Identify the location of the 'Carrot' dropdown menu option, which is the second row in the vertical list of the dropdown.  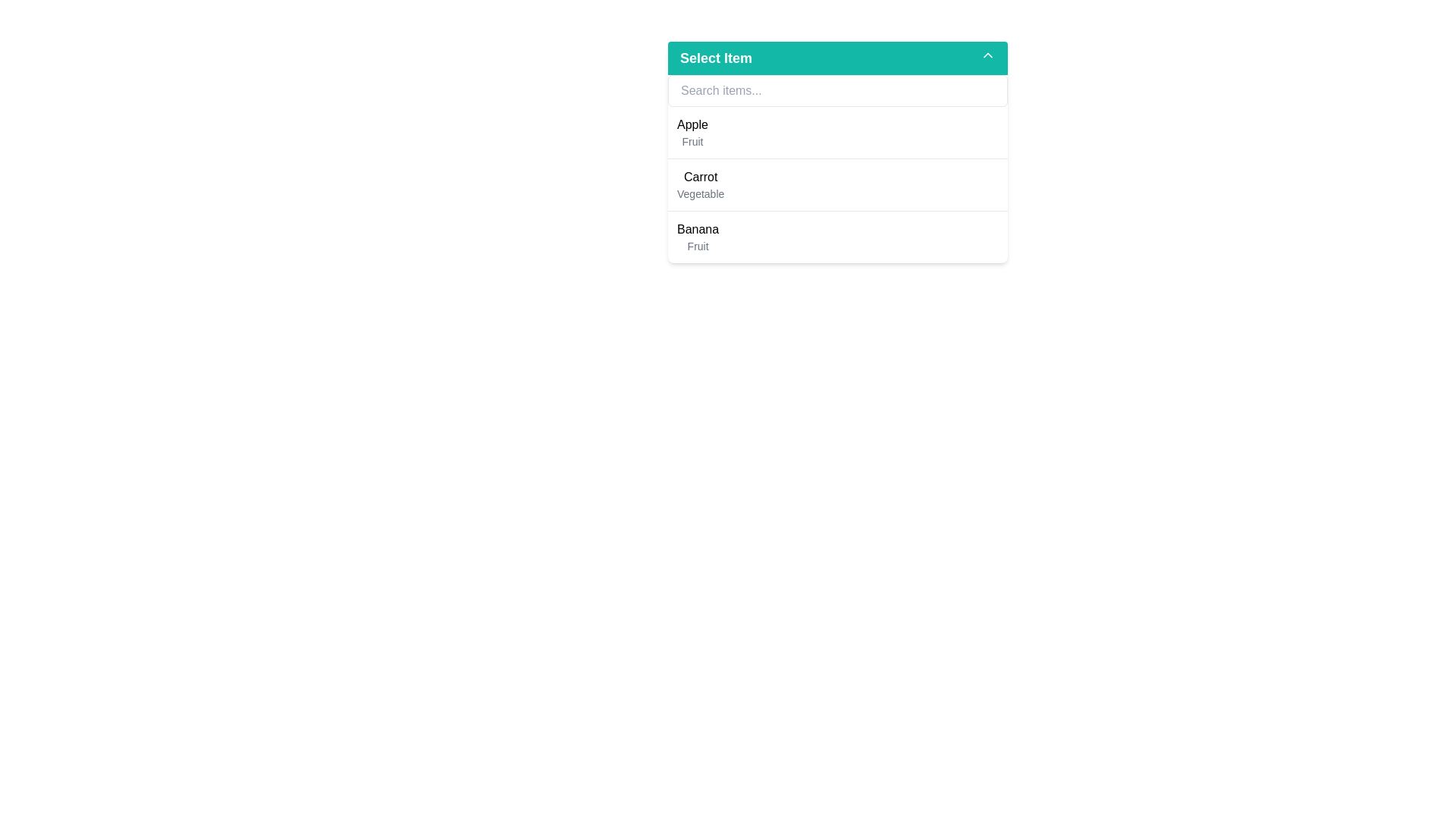
(836, 184).